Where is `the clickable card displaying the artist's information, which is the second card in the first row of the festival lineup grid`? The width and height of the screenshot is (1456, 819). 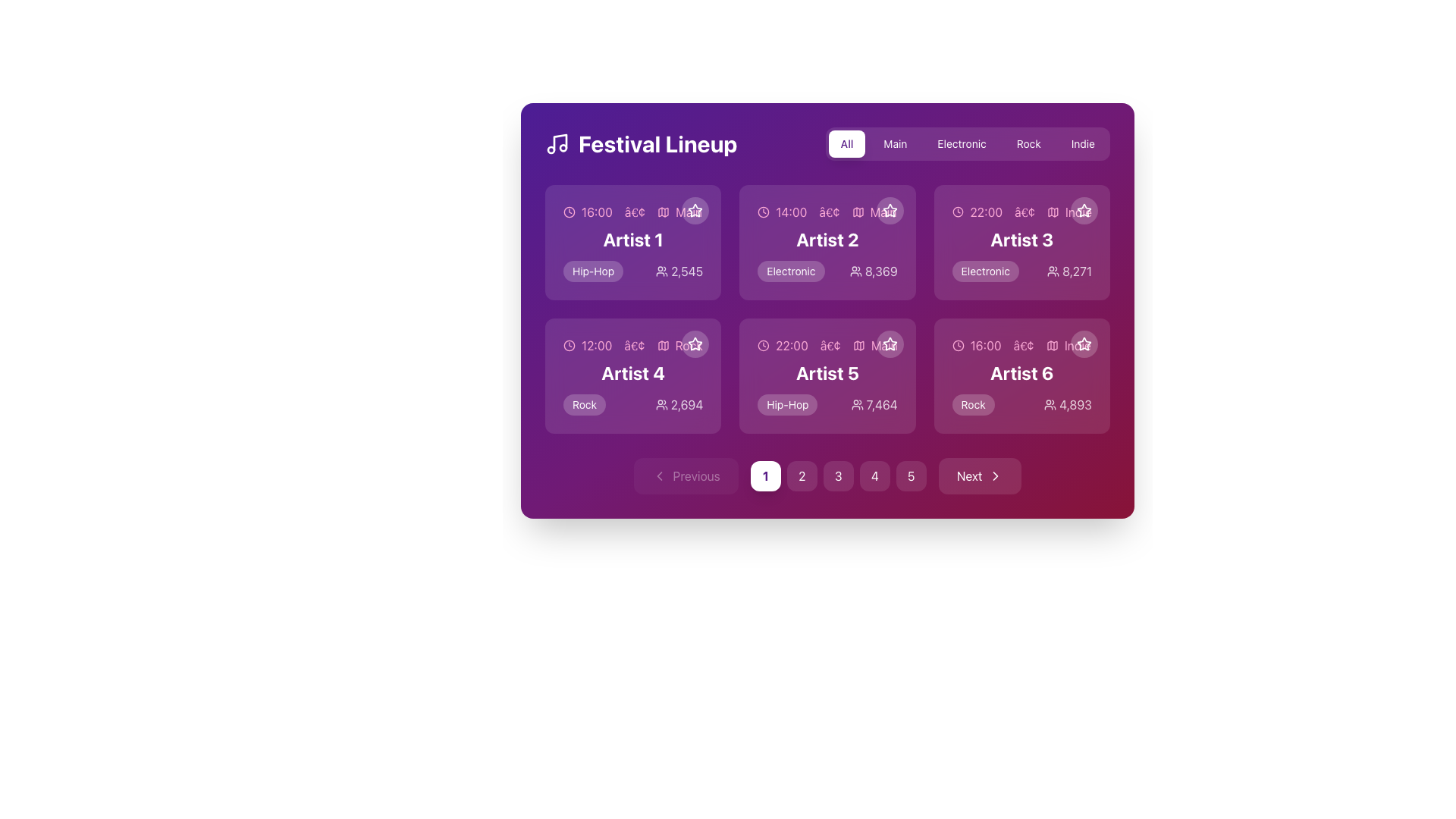
the clickable card displaying the artist's information, which is the second card in the first row of the festival lineup grid is located at coordinates (827, 242).